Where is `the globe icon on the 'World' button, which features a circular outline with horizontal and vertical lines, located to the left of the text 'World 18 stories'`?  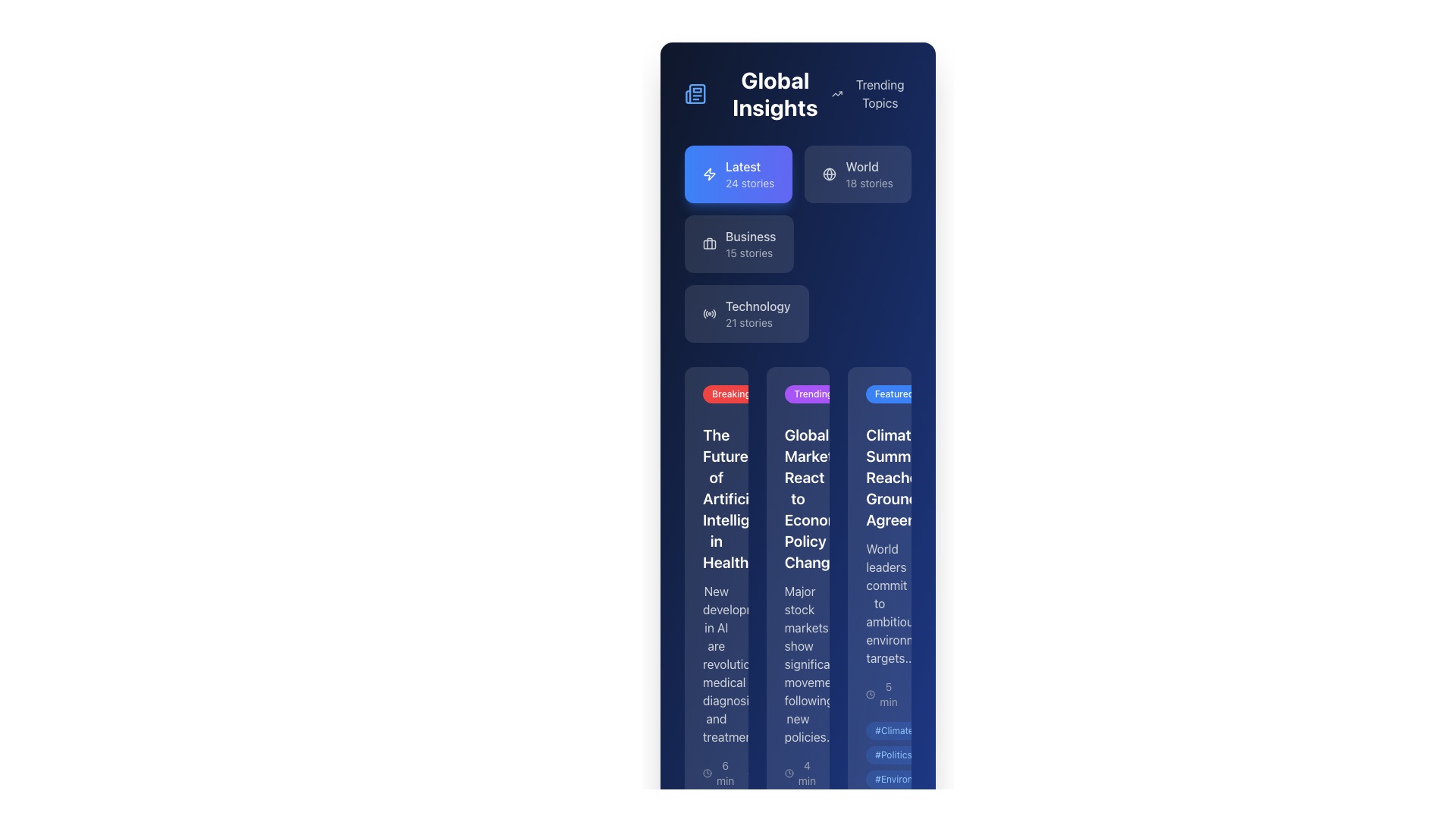
the globe icon on the 'World' button, which features a circular outline with horizontal and vertical lines, located to the left of the text 'World 18 stories' is located at coordinates (829, 174).